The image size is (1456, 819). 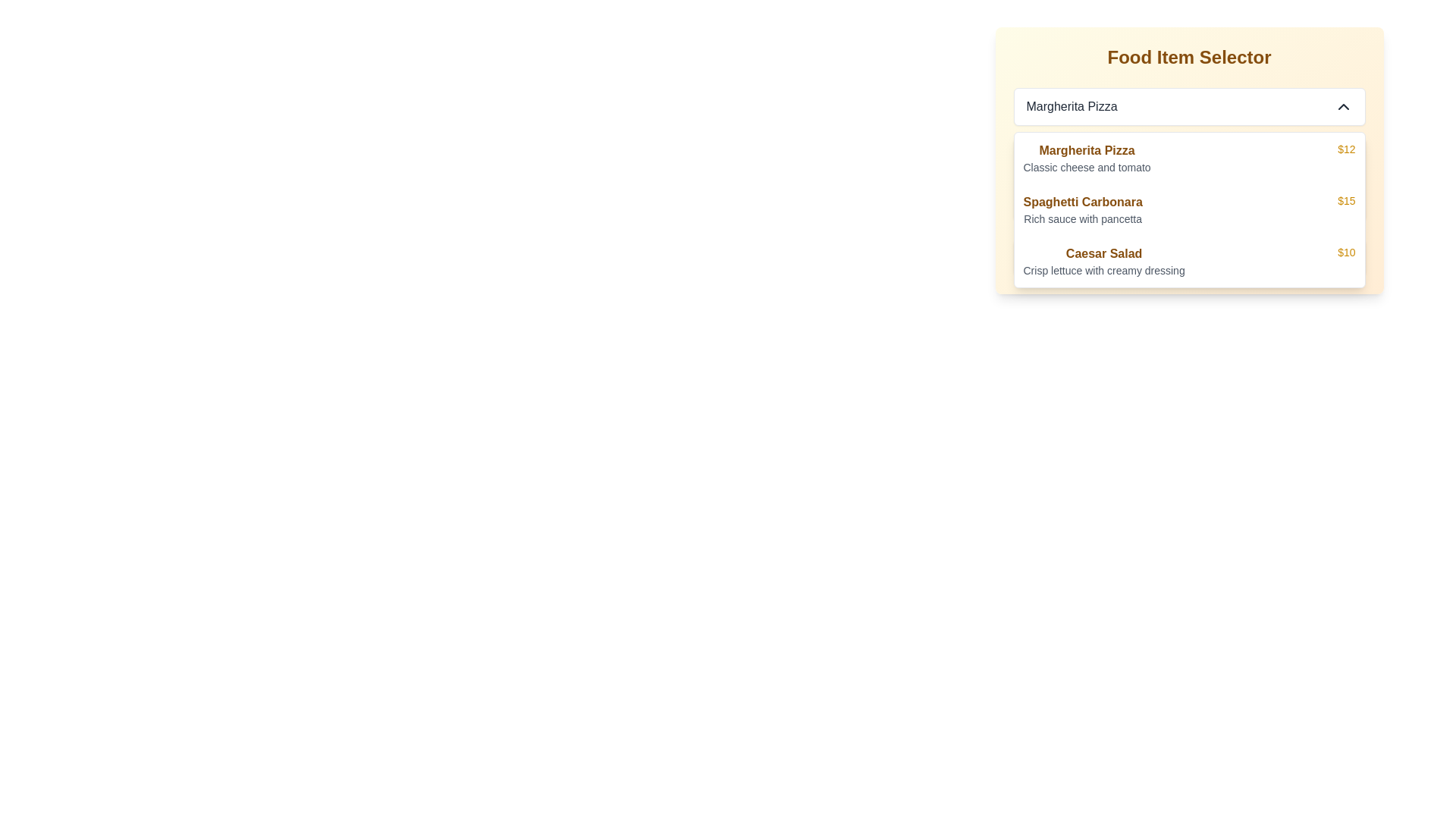 What do you see at coordinates (1346, 210) in the screenshot?
I see `the price label displaying the cost of the 'Spaghetti Carbonara' item, located on the right side of its row in the menu list` at bounding box center [1346, 210].